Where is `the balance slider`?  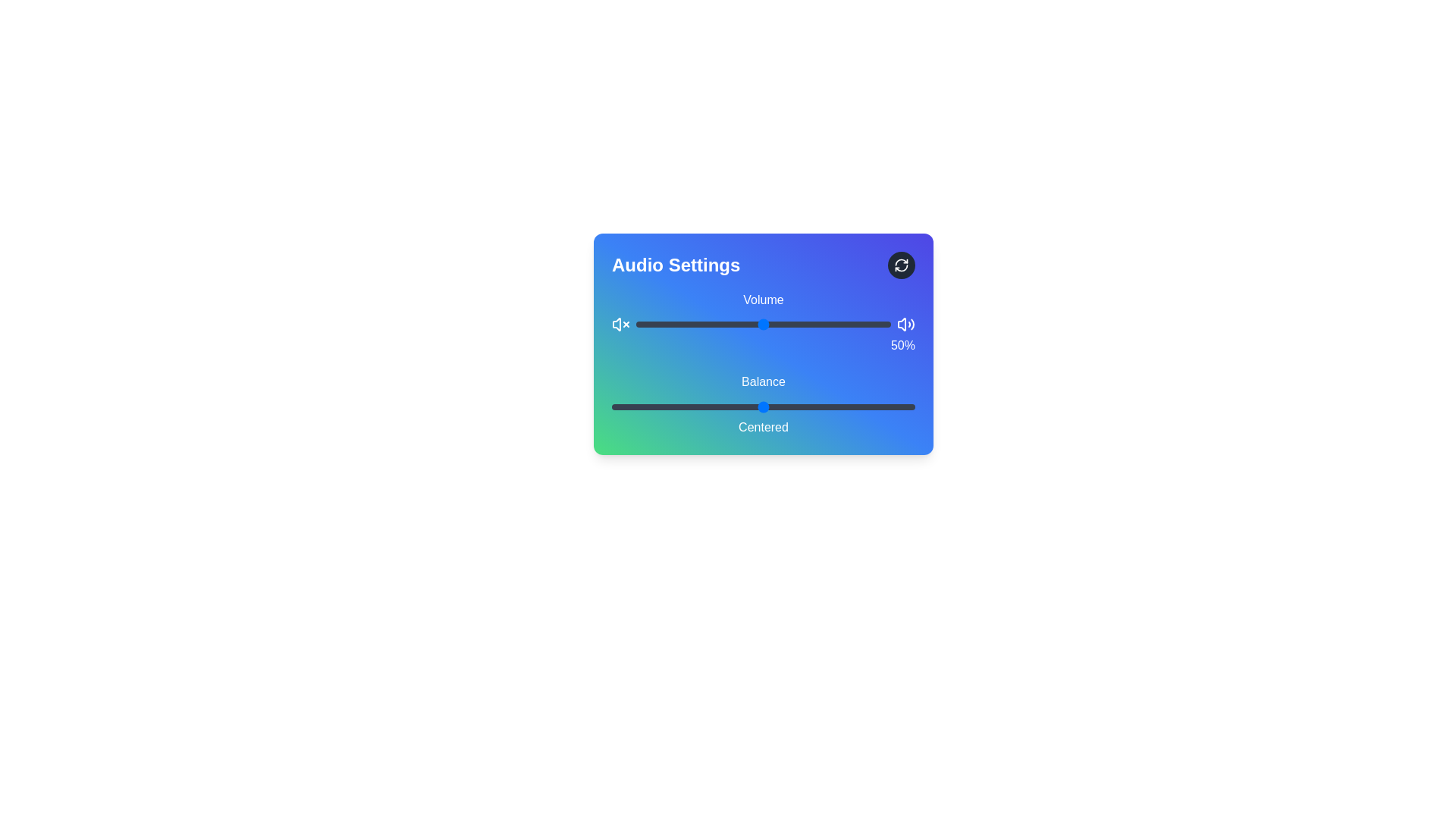
the balance slider is located at coordinates (687, 406).